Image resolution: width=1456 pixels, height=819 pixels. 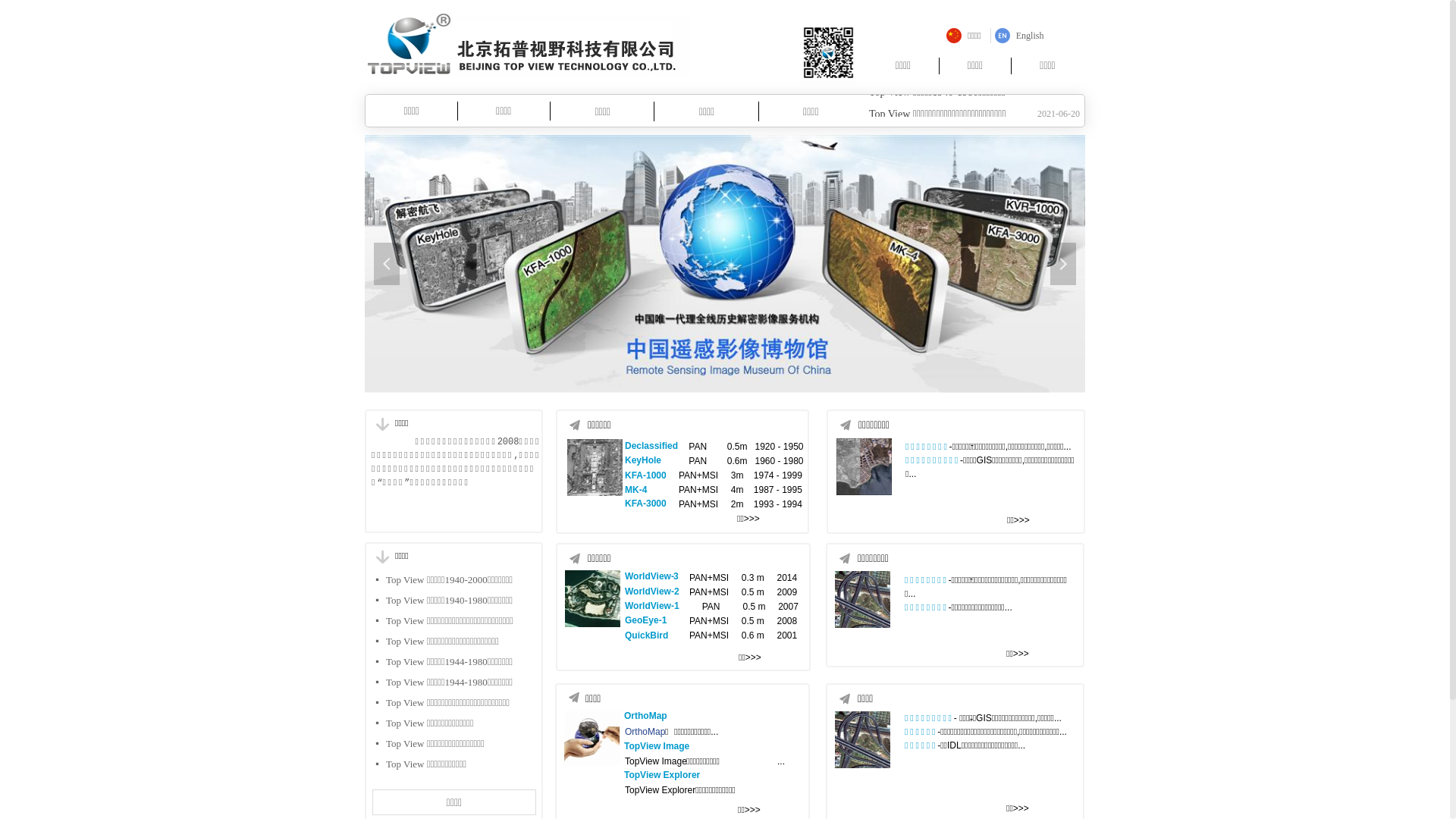 I want to click on 'GeoEye-1', so click(x=621, y=620).